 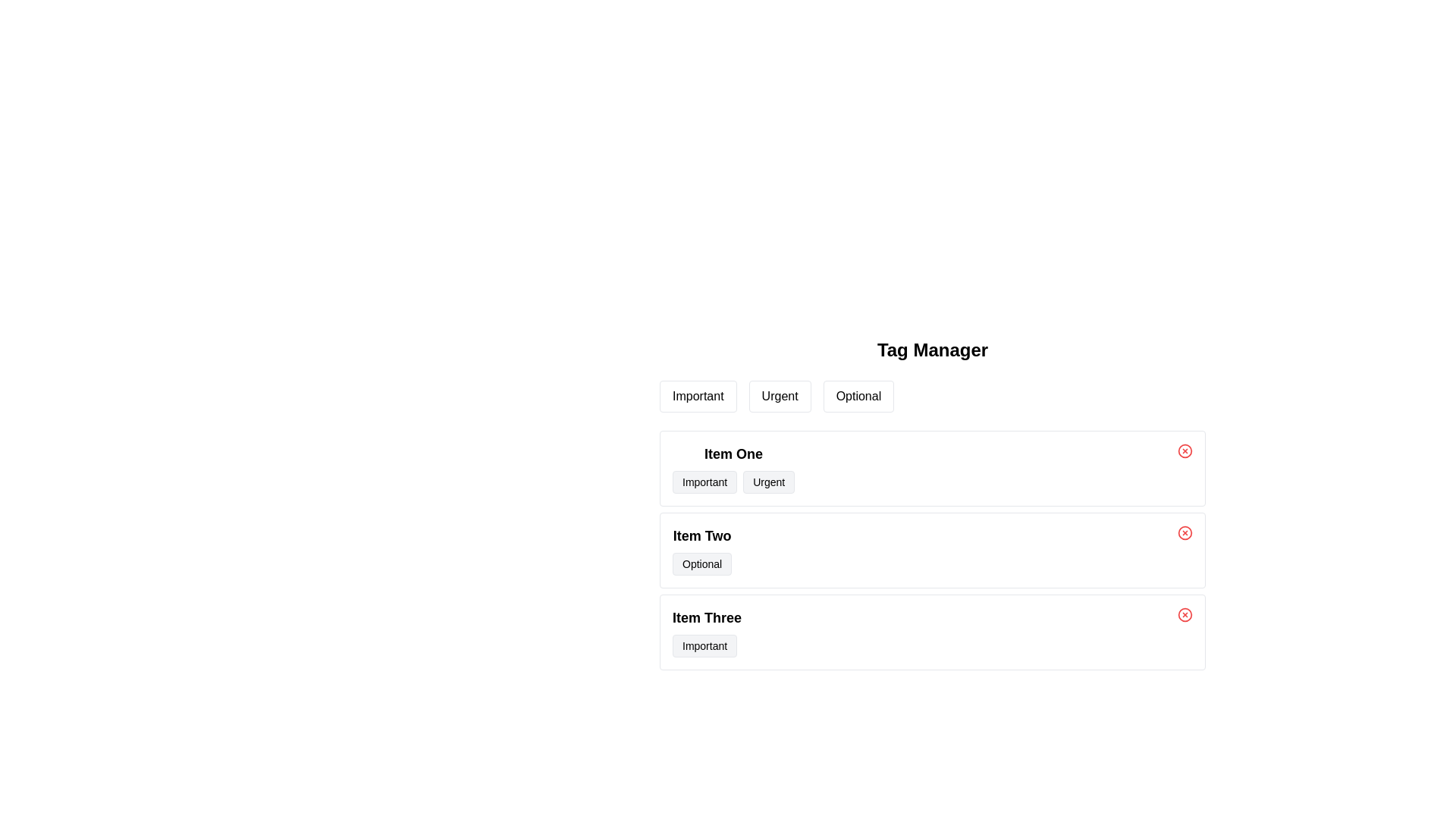 What do you see at coordinates (931, 632) in the screenshot?
I see `the third item card in a categorized list, which is positioned below 'Item Two' and towards the center right of the interface` at bounding box center [931, 632].